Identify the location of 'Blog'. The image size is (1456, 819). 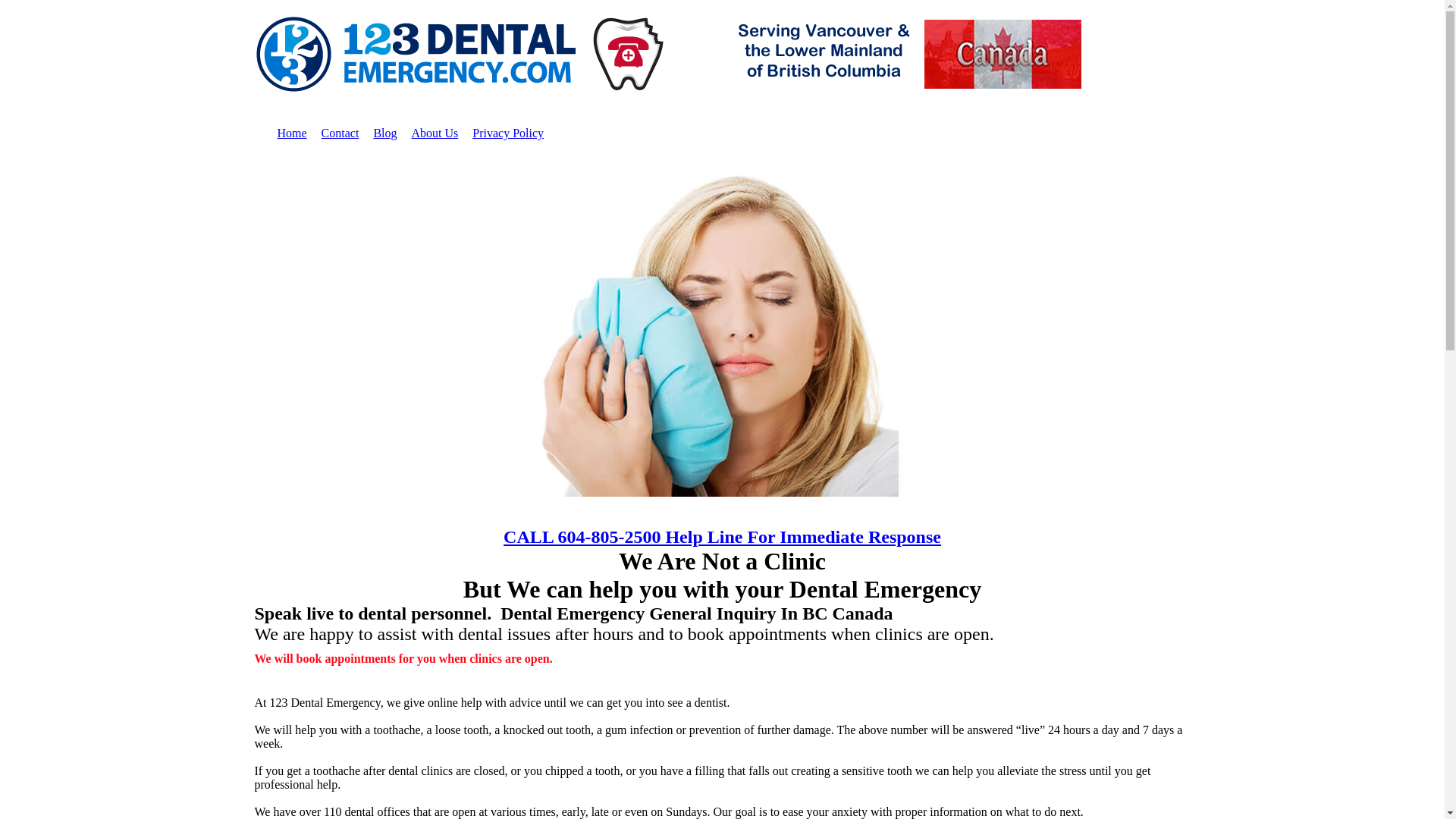
(384, 132).